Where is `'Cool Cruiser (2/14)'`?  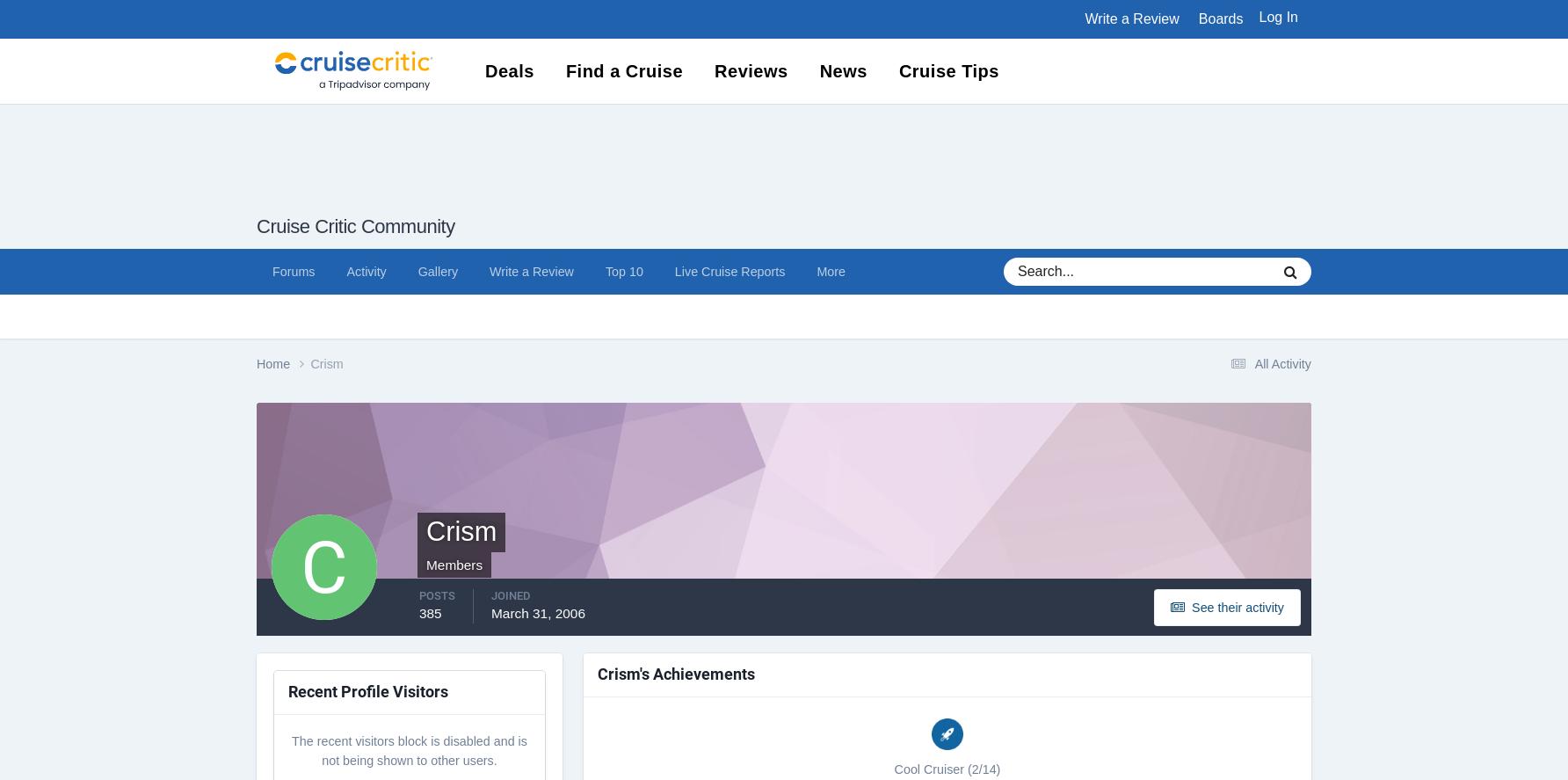
'Cool Cruiser (2/14)' is located at coordinates (946, 769).